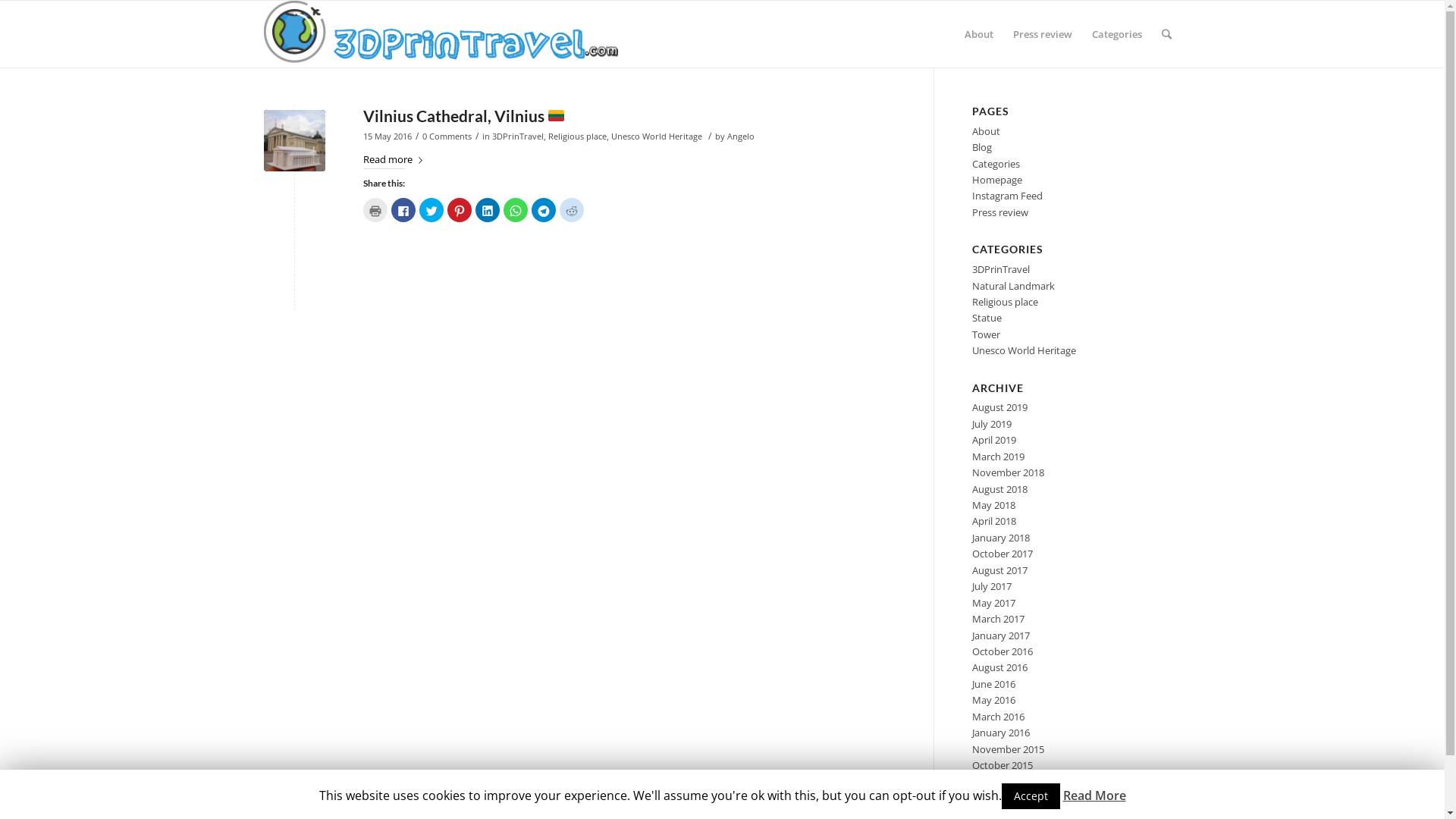 This screenshot has height=819, width=1456. Describe the element at coordinates (986, 333) in the screenshot. I see `'Tower'` at that location.